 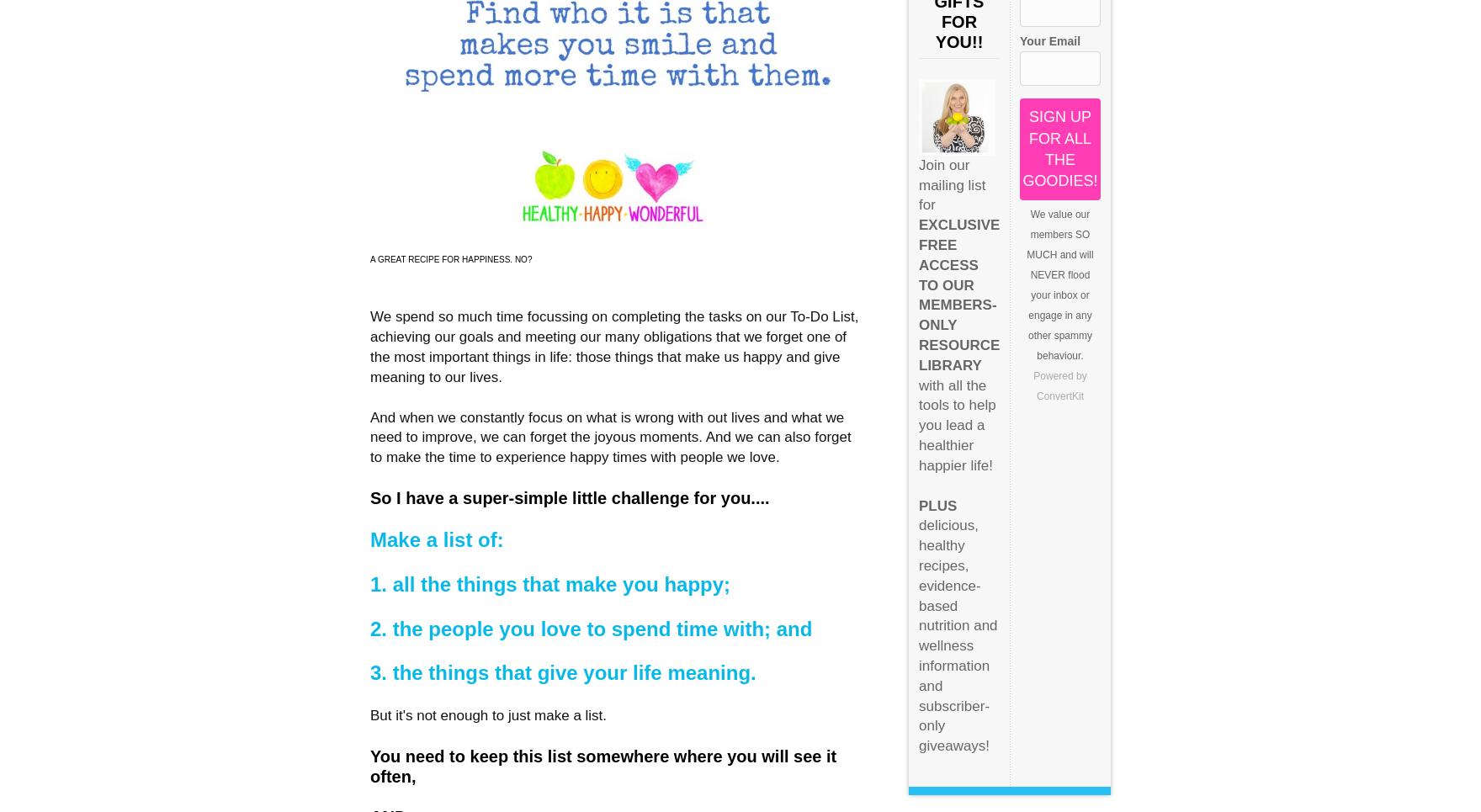 I want to click on 'But it's not enough to just make a list.', so click(x=488, y=714).